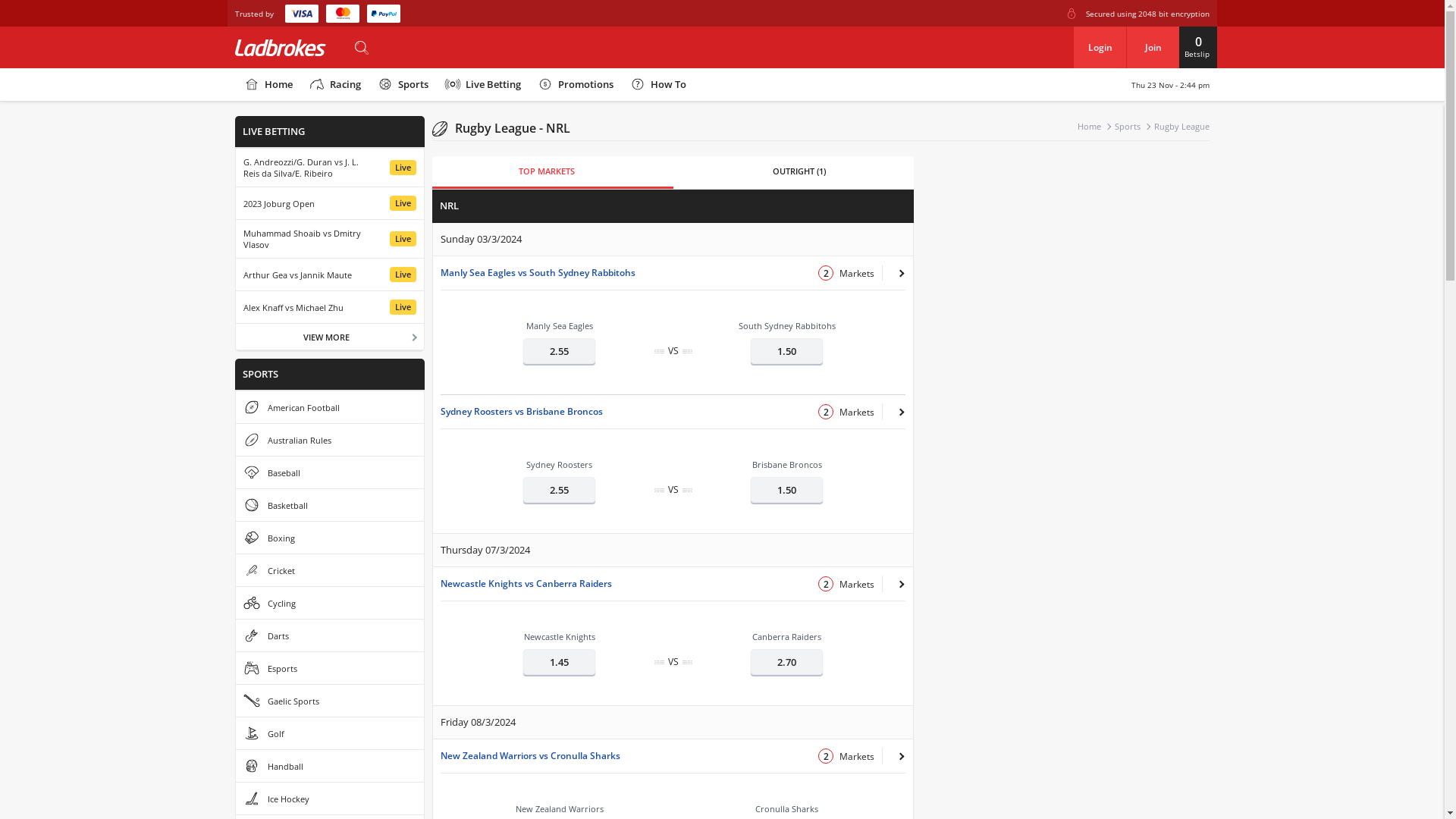 The height and width of the screenshot is (819, 1456). I want to click on 'Sports', so click(402, 84).